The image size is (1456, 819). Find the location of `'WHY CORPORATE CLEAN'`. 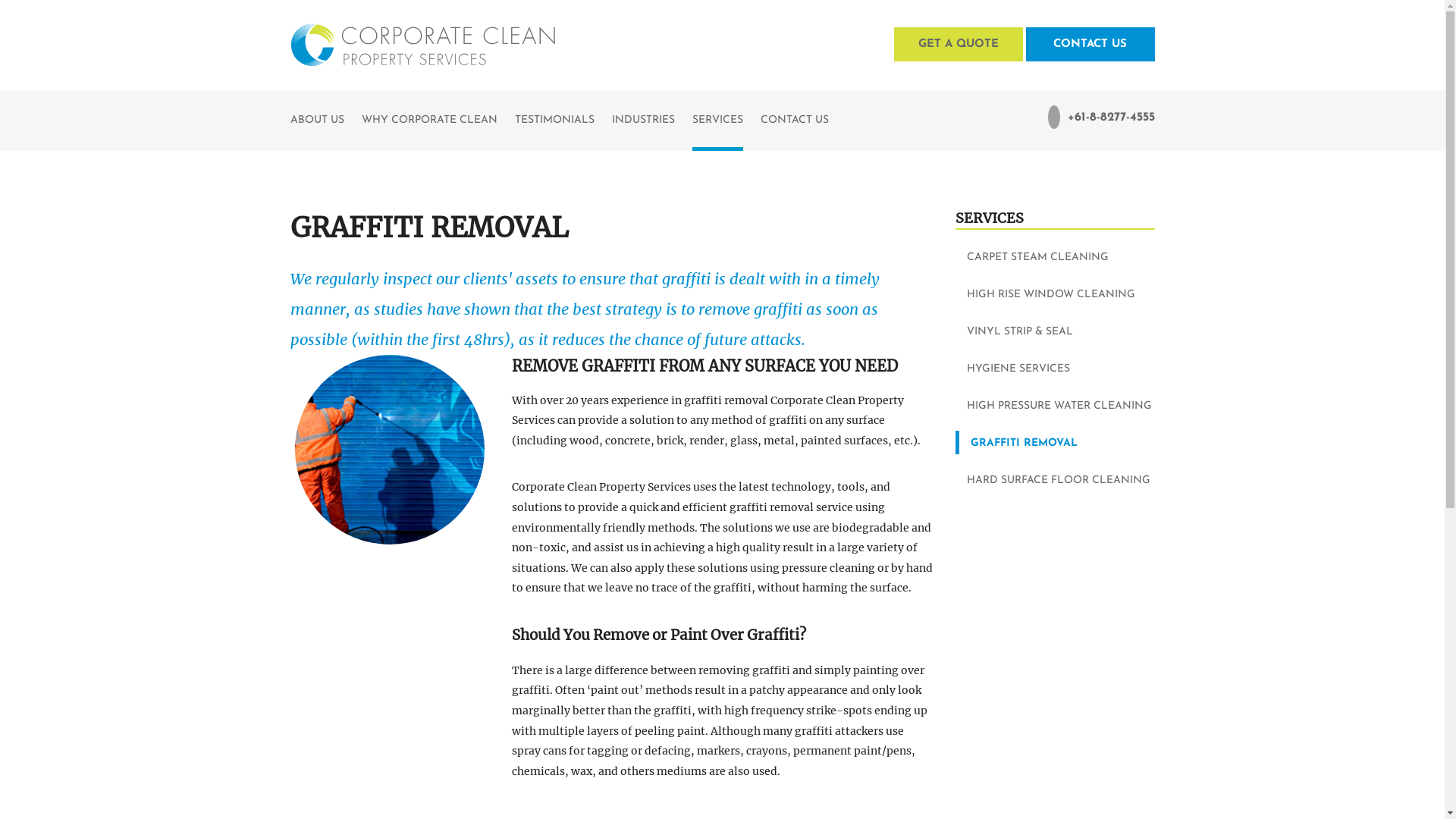

'WHY CORPORATE CLEAN' is located at coordinates (428, 119).